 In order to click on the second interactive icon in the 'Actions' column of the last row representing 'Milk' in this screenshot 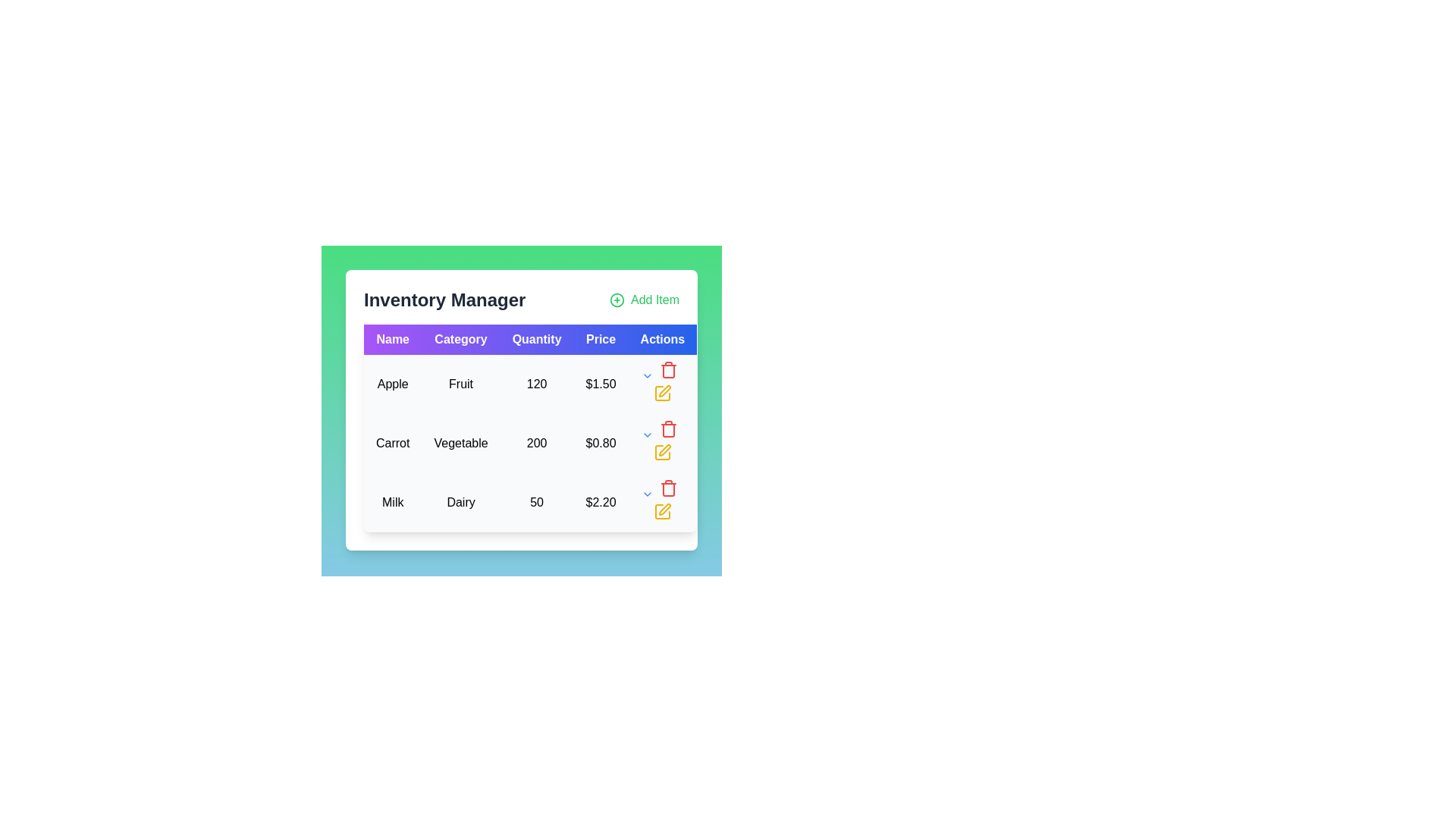, I will do `click(662, 512)`.